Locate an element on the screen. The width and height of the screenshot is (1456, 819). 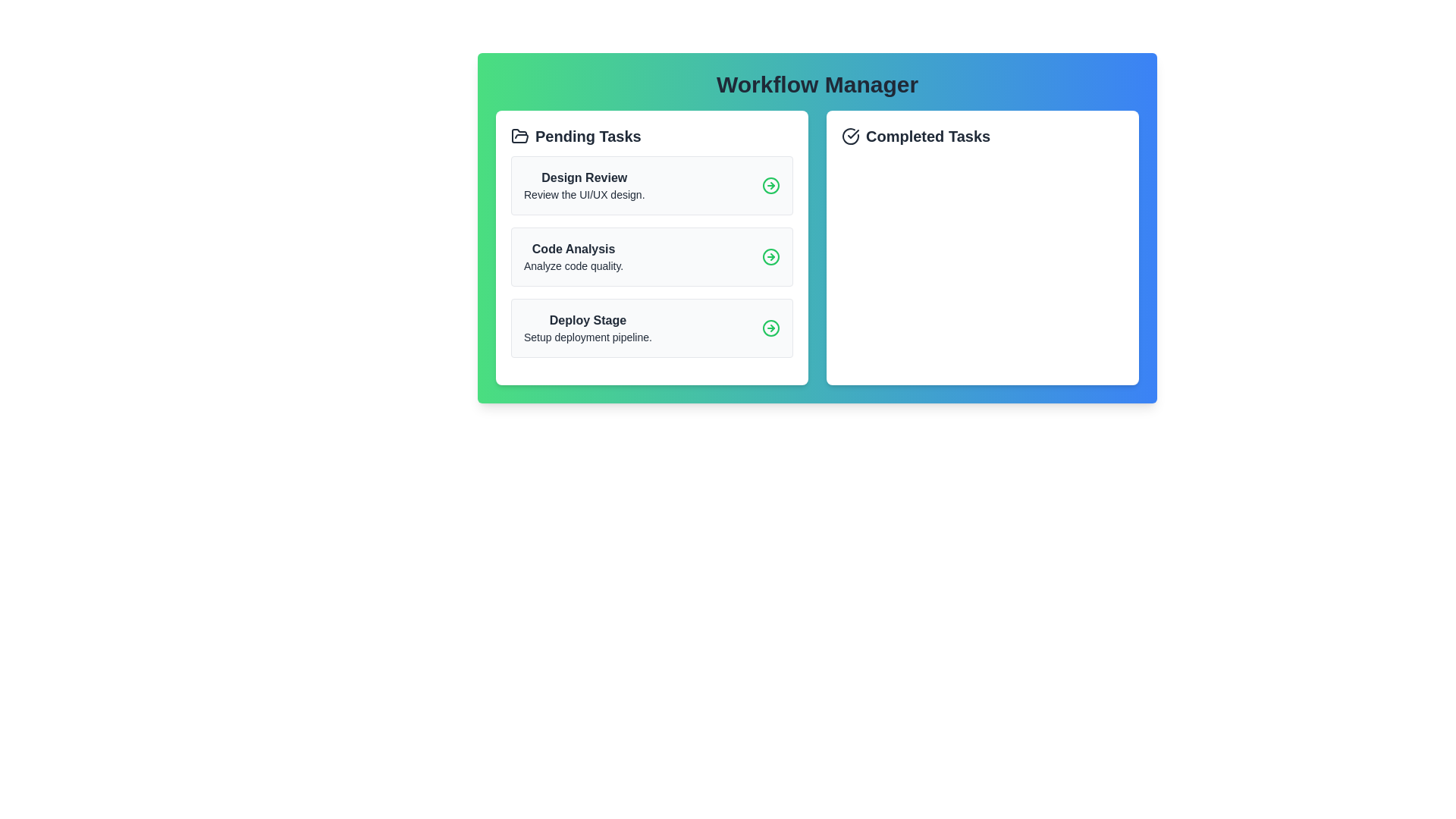
the decorative icon for the 'Pending Tasks' section, which is positioned to the left of the 'Pending Tasks' label is located at coordinates (520, 135).